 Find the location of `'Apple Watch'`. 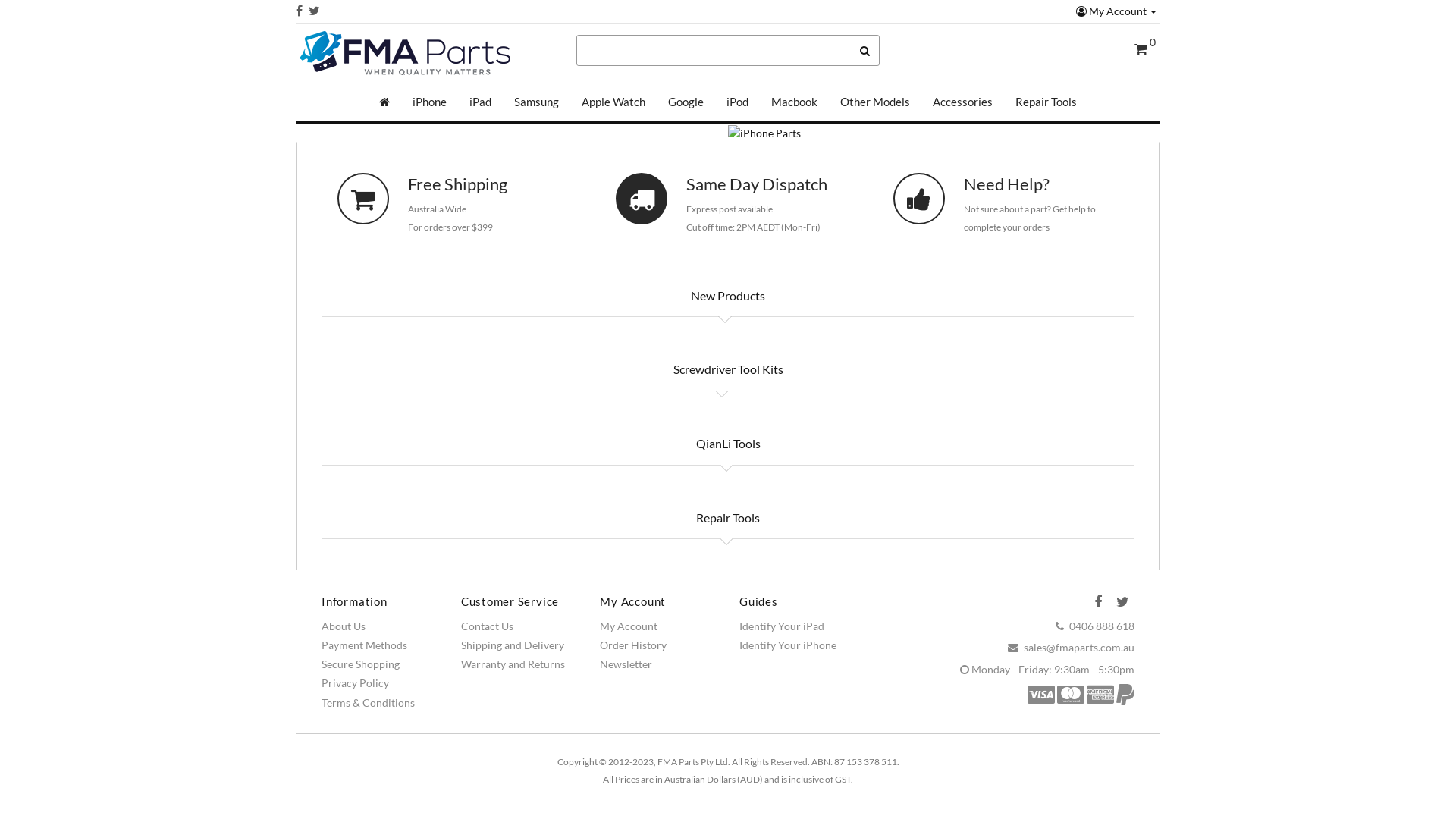

'Apple Watch' is located at coordinates (613, 102).